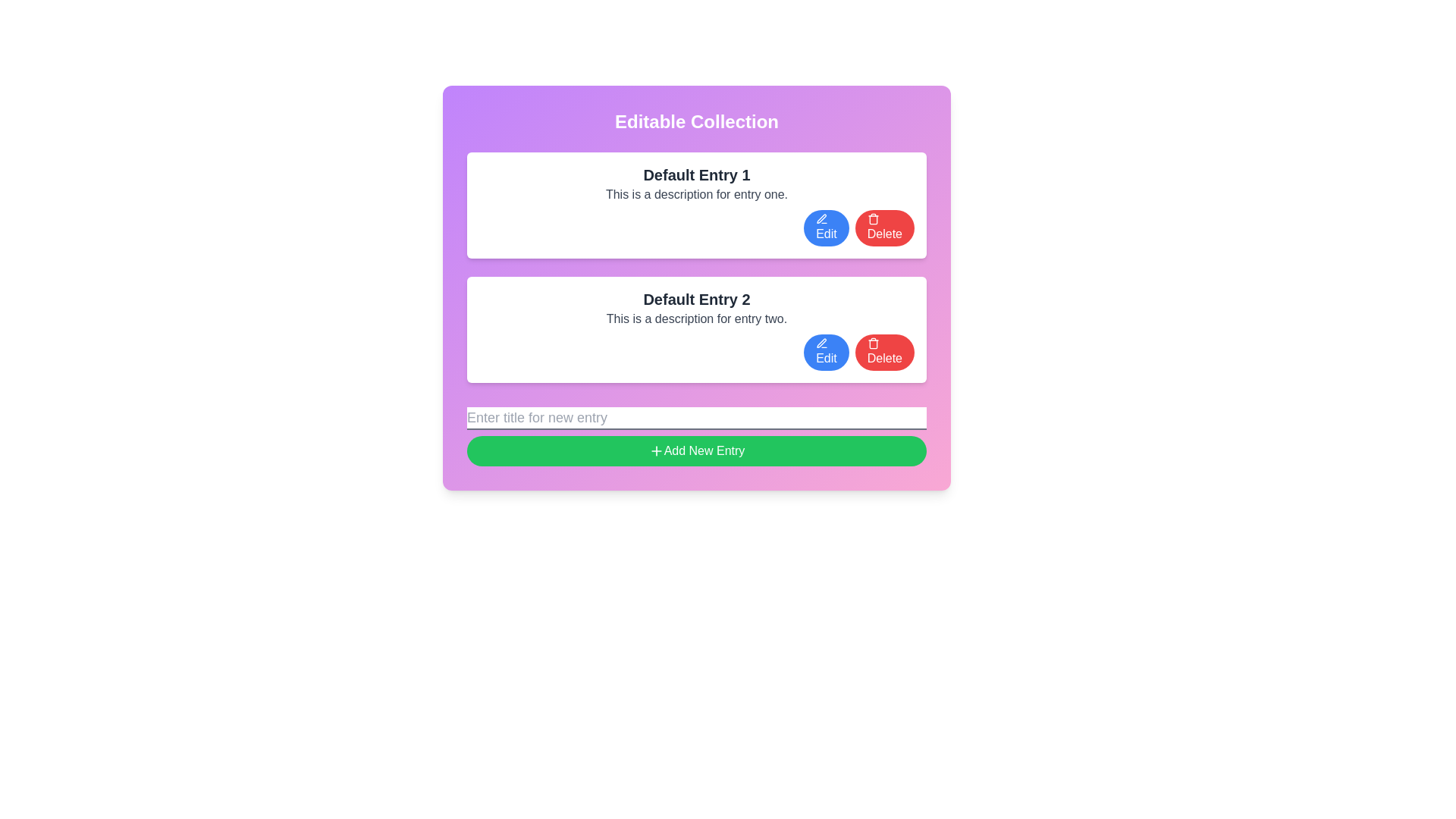  Describe the element at coordinates (884, 353) in the screenshot. I see `the second button in the horizontal button group at the bottom-right corner of the content card labeled 'Default Entry 2'` at that location.